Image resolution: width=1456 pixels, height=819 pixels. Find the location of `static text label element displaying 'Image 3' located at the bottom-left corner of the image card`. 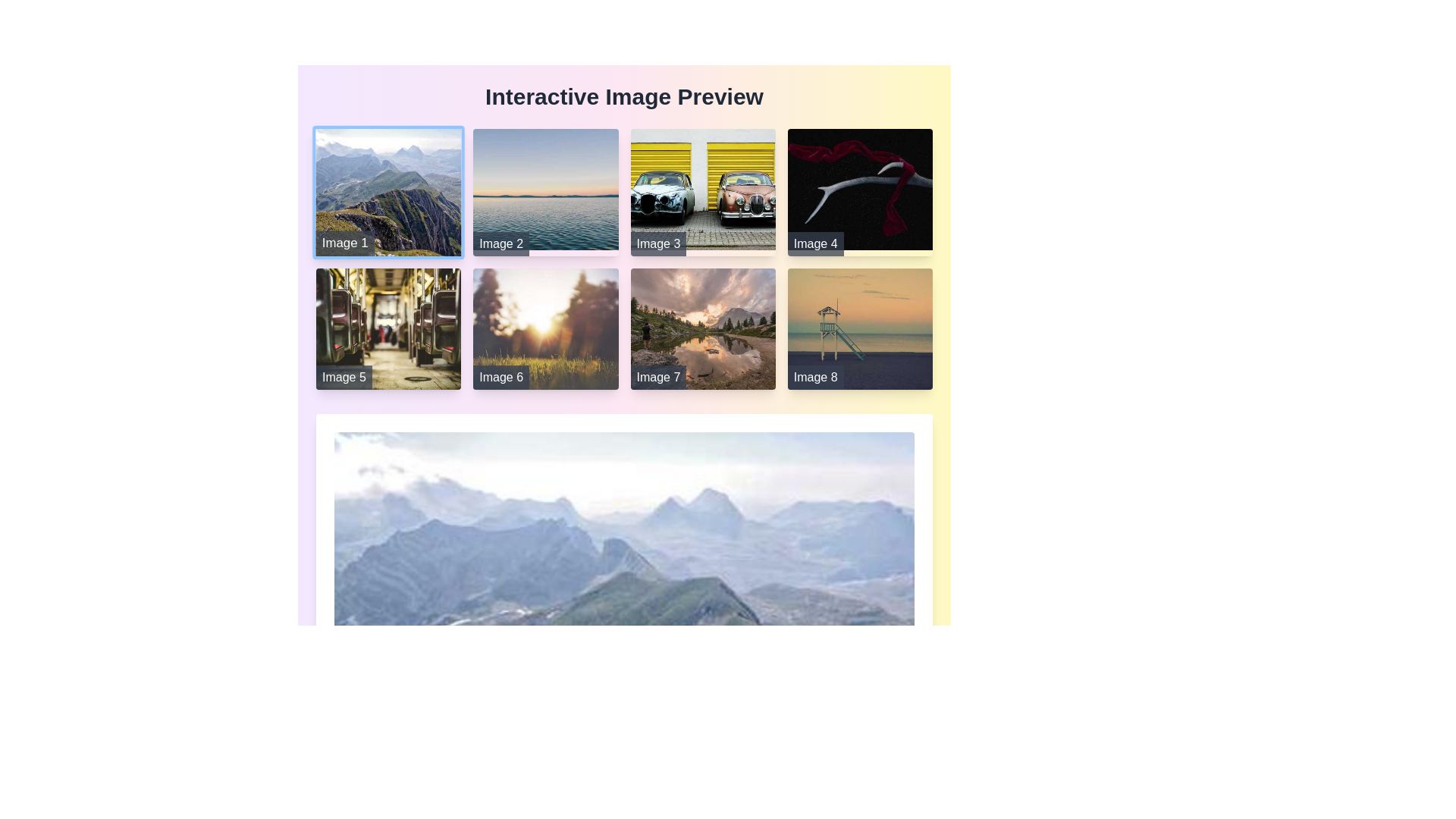

static text label element displaying 'Image 3' located at the bottom-left corner of the image card is located at coordinates (658, 243).